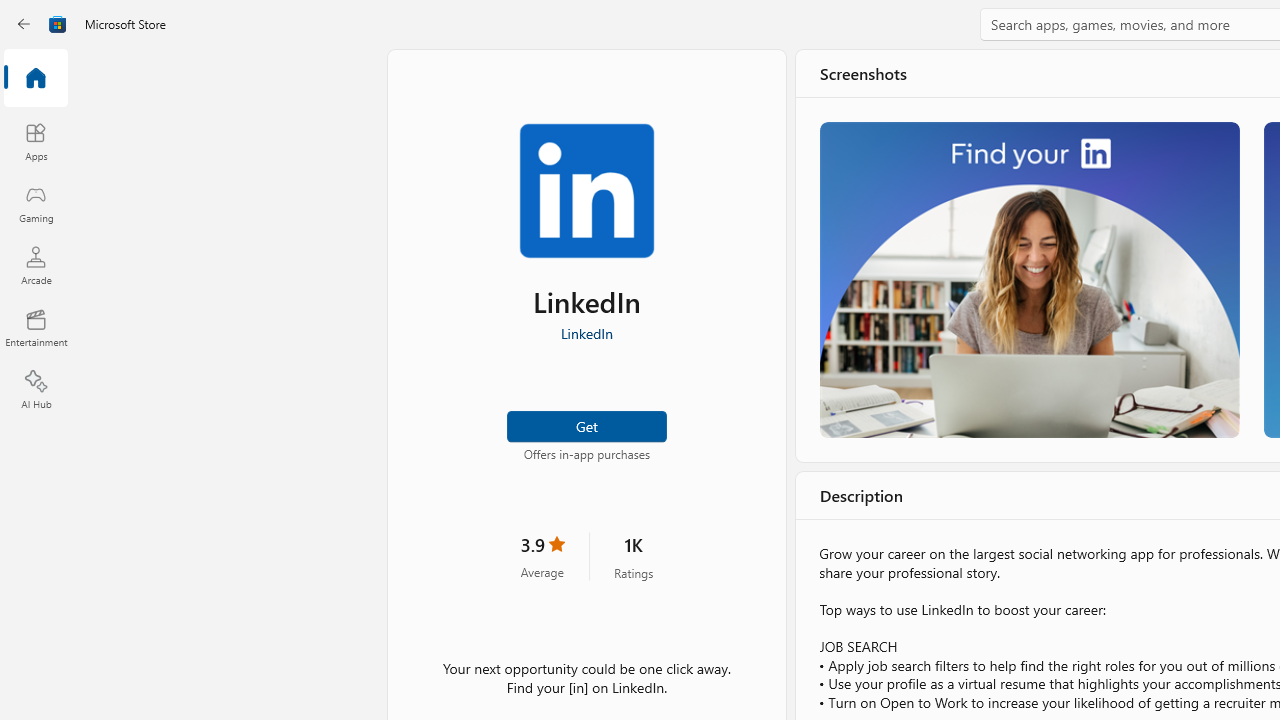 The width and height of the screenshot is (1280, 720). What do you see at coordinates (542, 556) in the screenshot?
I see `'3.9 stars. Click to skip to ratings and reviews'` at bounding box center [542, 556].